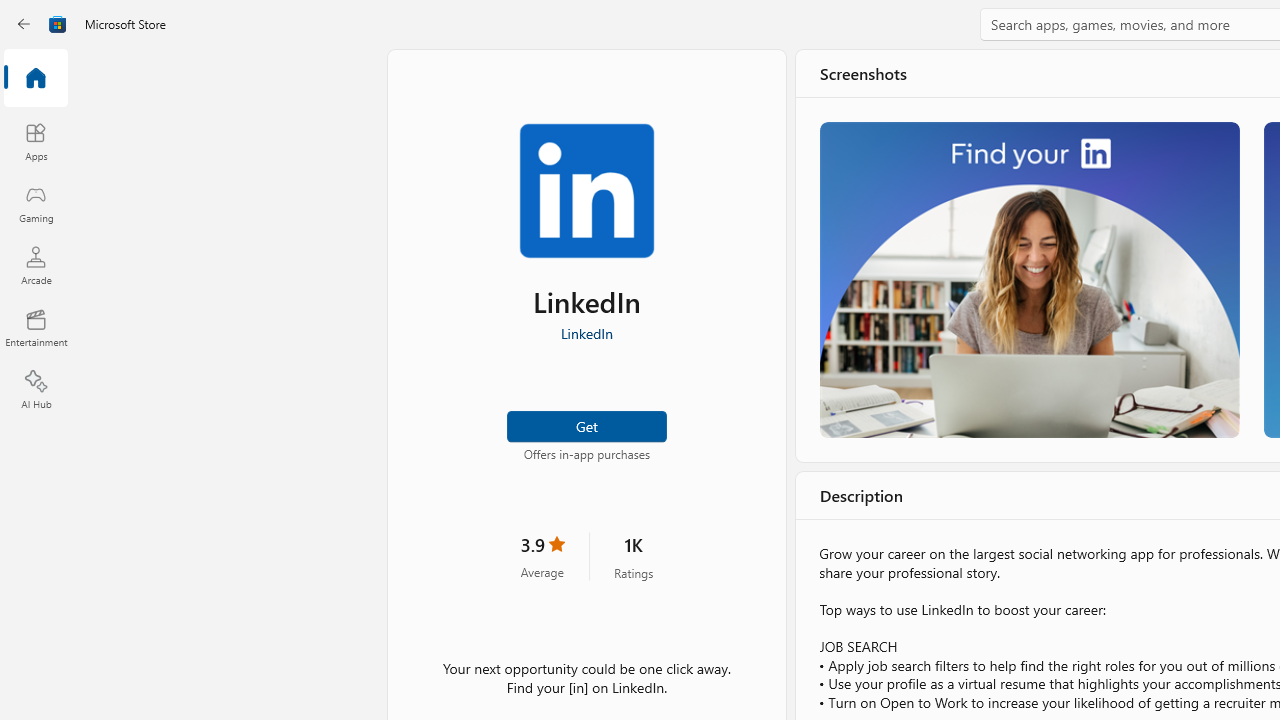 The width and height of the screenshot is (1280, 720). What do you see at coordinates (542, 556) in the screenshot?
I see `'3.9 stars. Click to skip to ratings and reviews'` at bounding box center [542, 556].